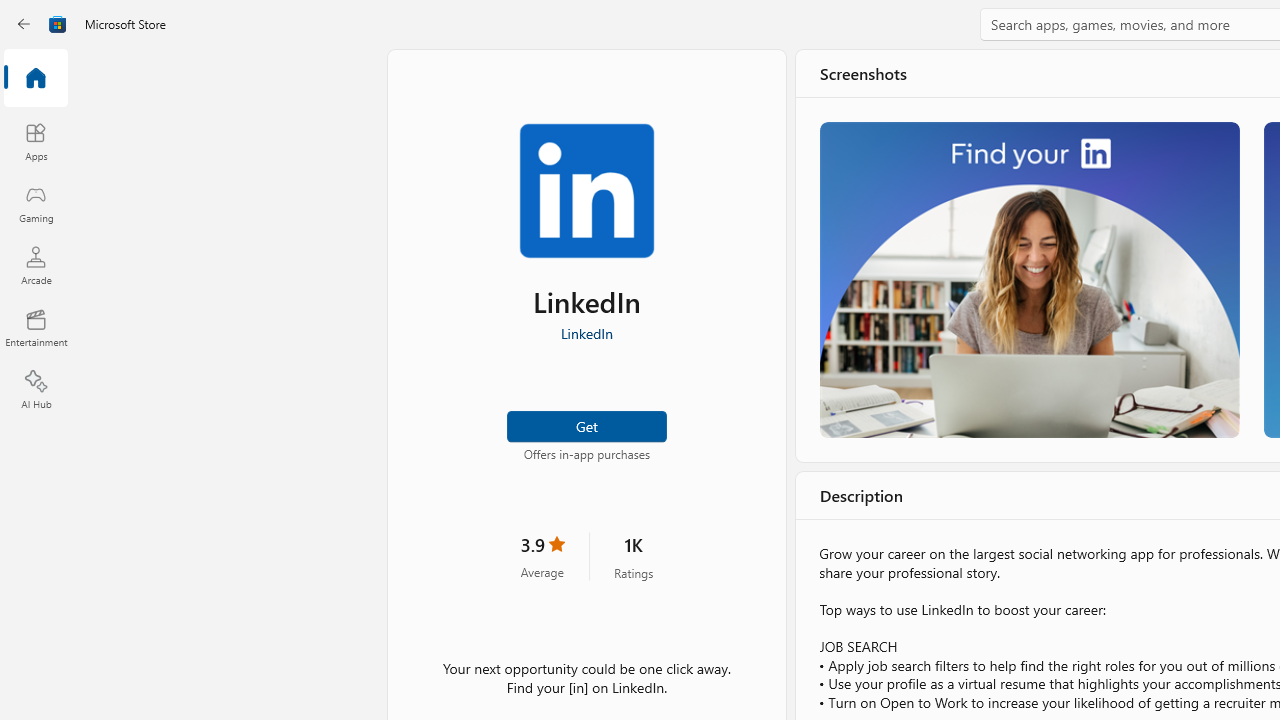 The width and height of the screenshot is (1280, 720). What do you see at coordinates (542, 556) in the screenshot?
I see `'3.9 stars. Click to skip to ratings and reviews'` at bounding box center [542, 556].